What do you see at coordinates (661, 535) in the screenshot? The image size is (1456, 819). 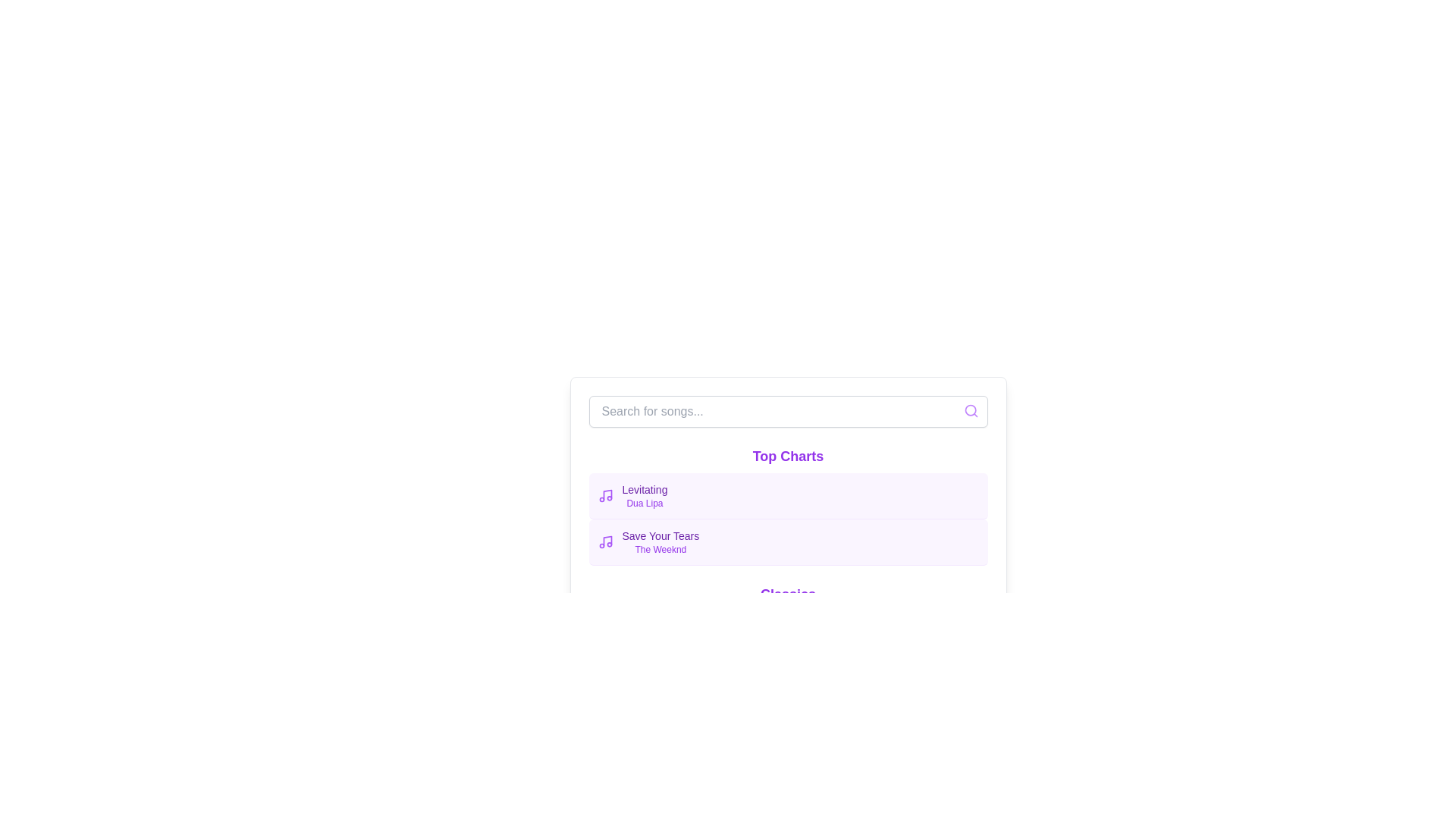 I see `the text label displaying the title 'Save Your Tears' in the 'Top Charts' section, which is the first line of the second item in the list` at bounding box center [661, 535].